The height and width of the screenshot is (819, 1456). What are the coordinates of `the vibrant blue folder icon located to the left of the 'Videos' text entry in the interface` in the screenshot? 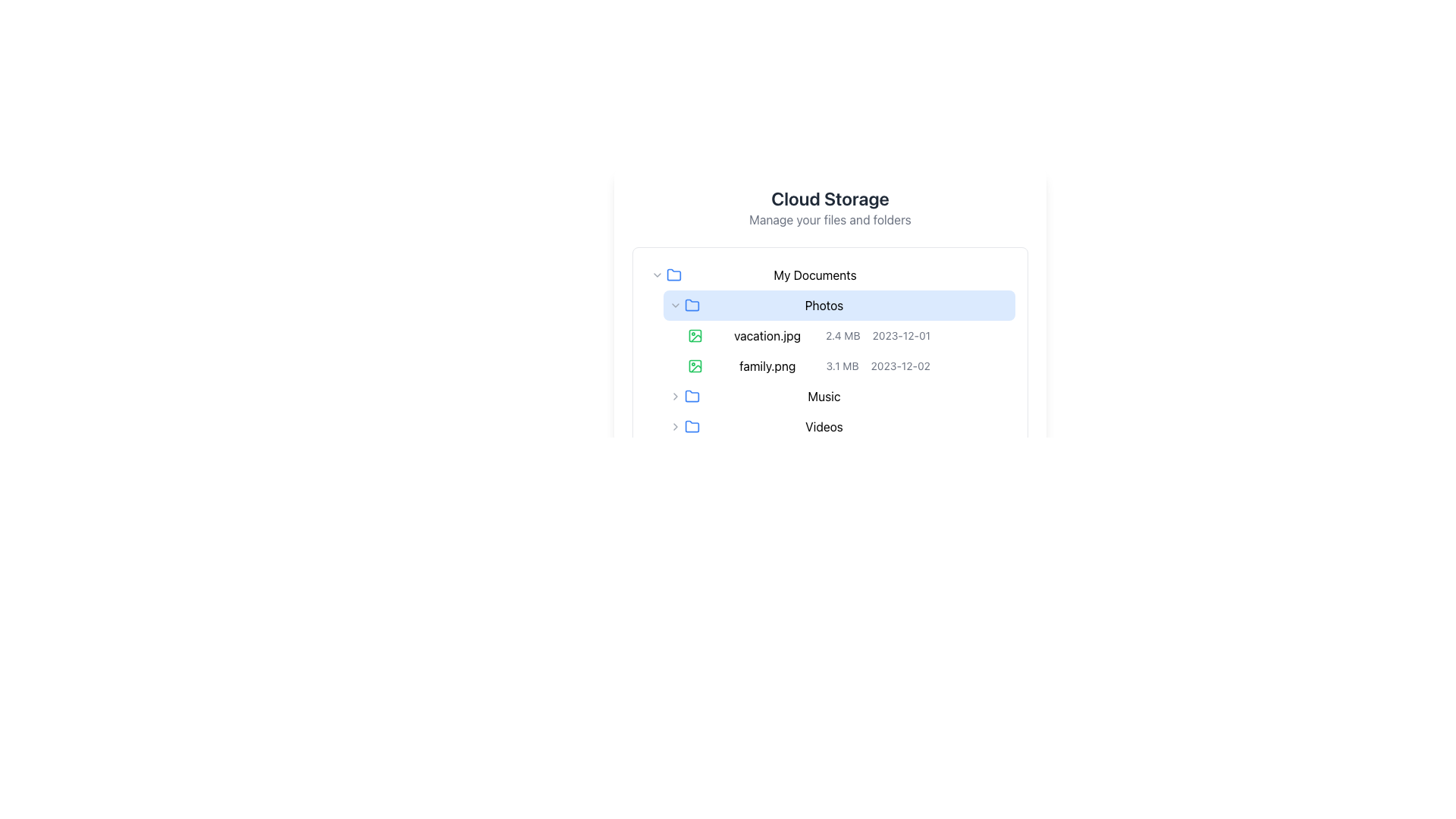 It's located at (691, 427).